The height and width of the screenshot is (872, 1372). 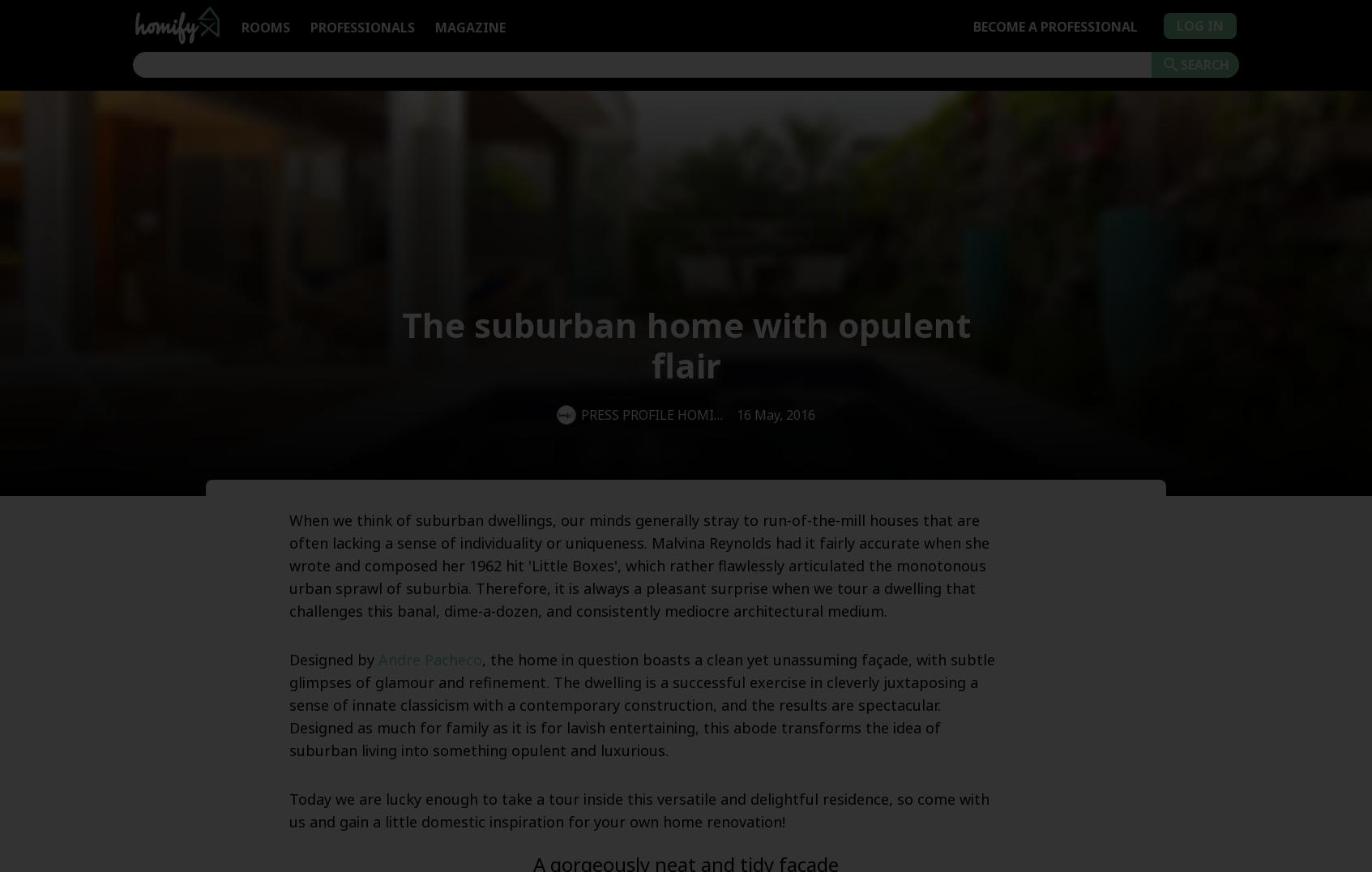 I want to click on 'Andre Pacheco', so click(x=429, y=658).